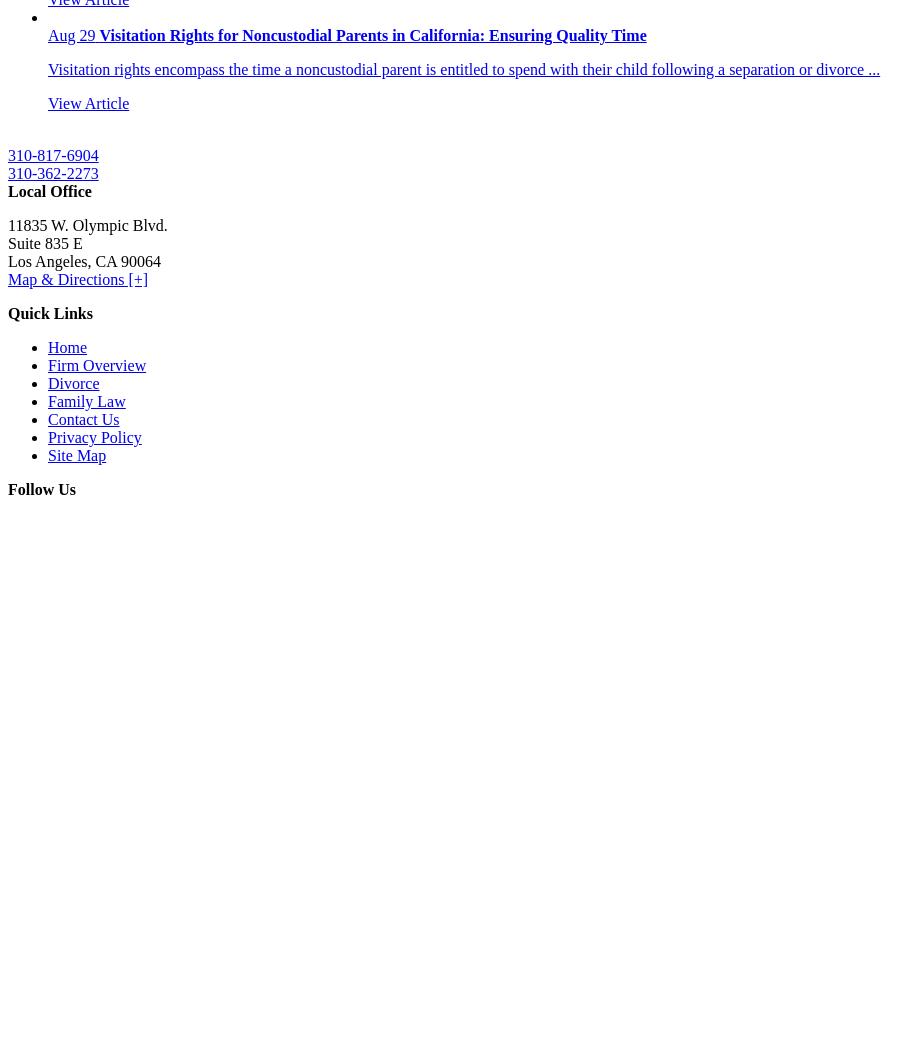 The width and height of the screenshot is (900, 1059). Describe the element at coordinates (46, 382) in the screenshot. I see `'Divorce'` at that location.